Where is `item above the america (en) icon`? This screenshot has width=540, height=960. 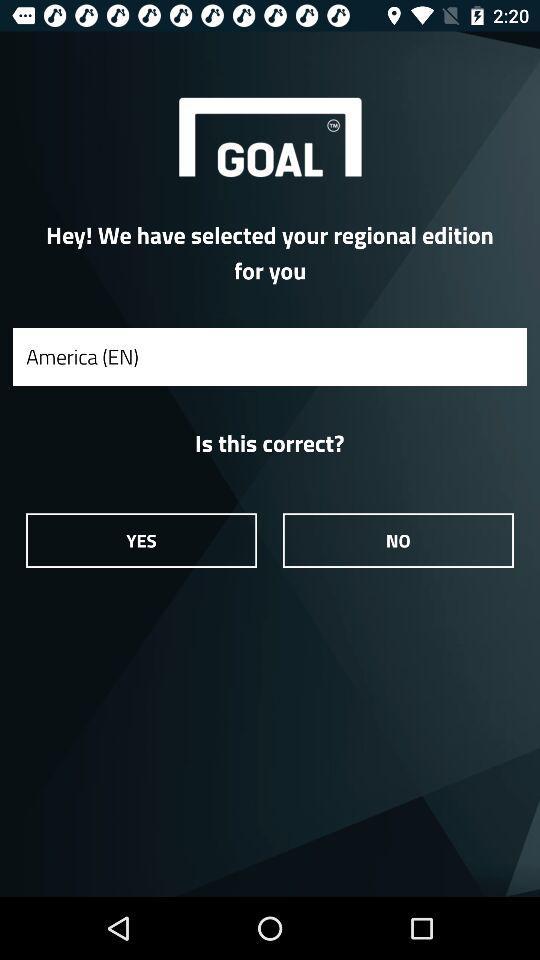
item above the america (en) icon is located at coordinates (270, 251).